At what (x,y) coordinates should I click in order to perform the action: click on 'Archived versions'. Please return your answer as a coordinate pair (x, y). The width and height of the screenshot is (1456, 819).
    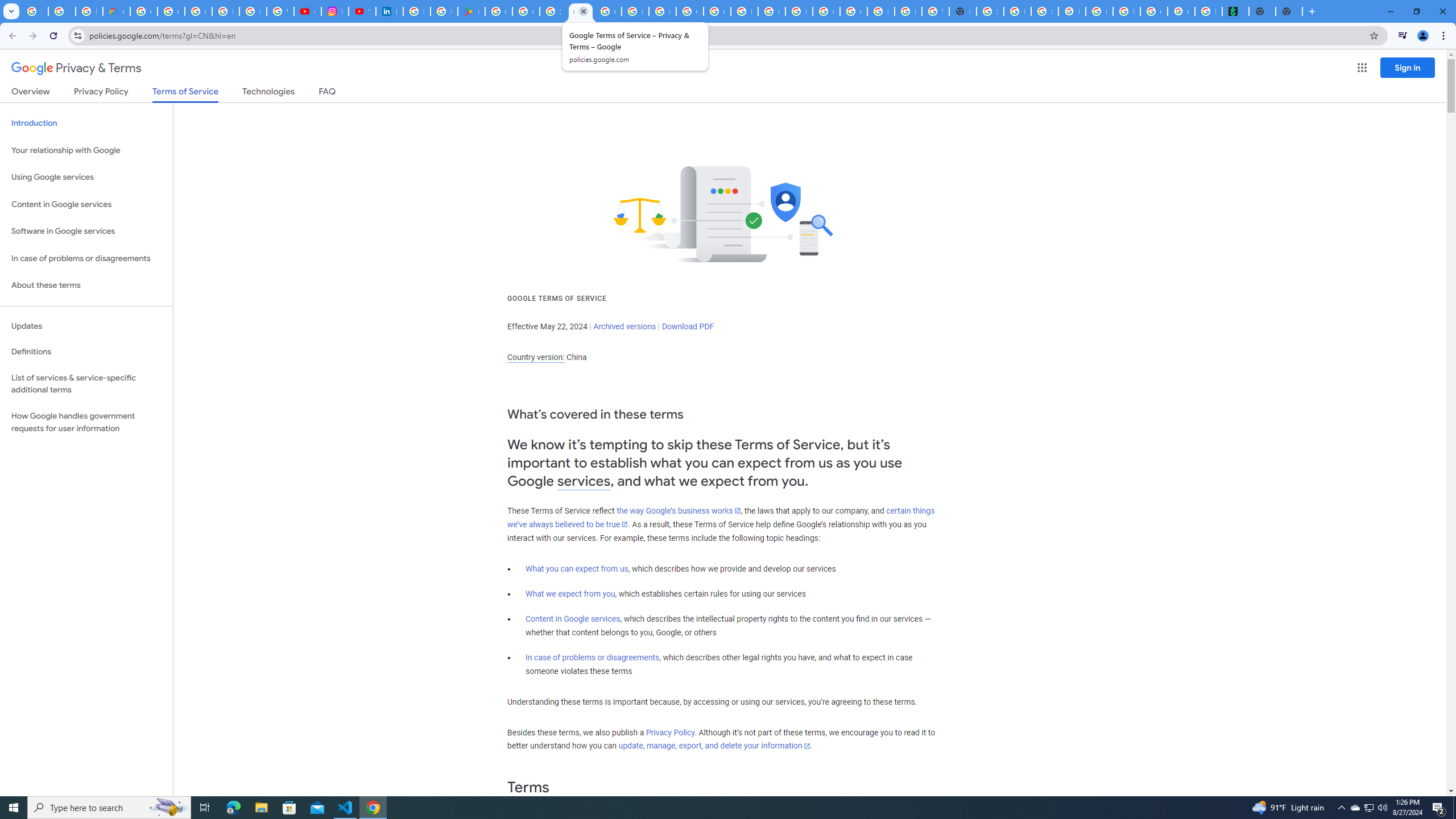
    Looking at the image, I should click on (624, 325).